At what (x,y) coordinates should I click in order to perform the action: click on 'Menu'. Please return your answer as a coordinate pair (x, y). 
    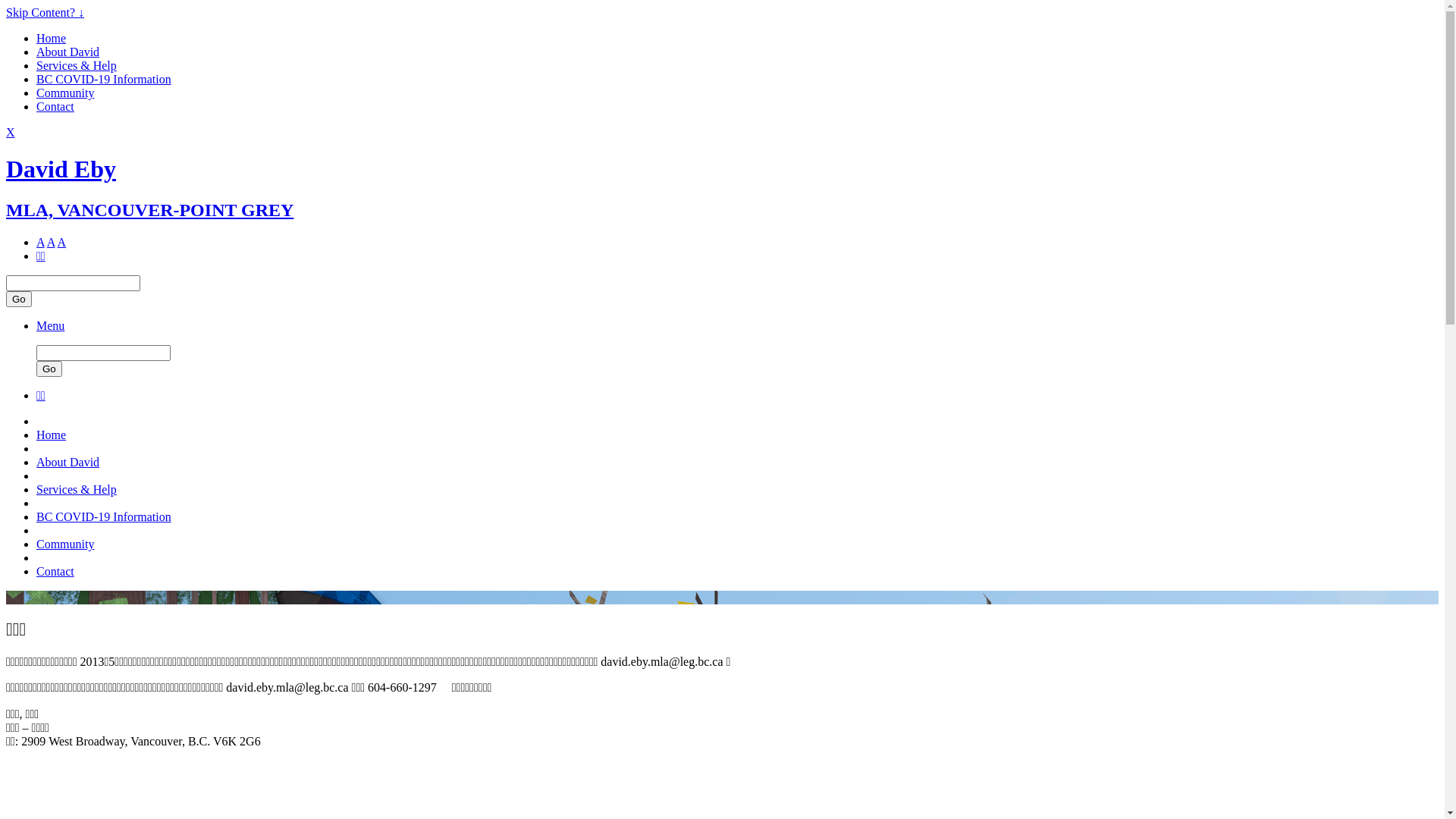
    Looking at the image, I should click on (50, 325).